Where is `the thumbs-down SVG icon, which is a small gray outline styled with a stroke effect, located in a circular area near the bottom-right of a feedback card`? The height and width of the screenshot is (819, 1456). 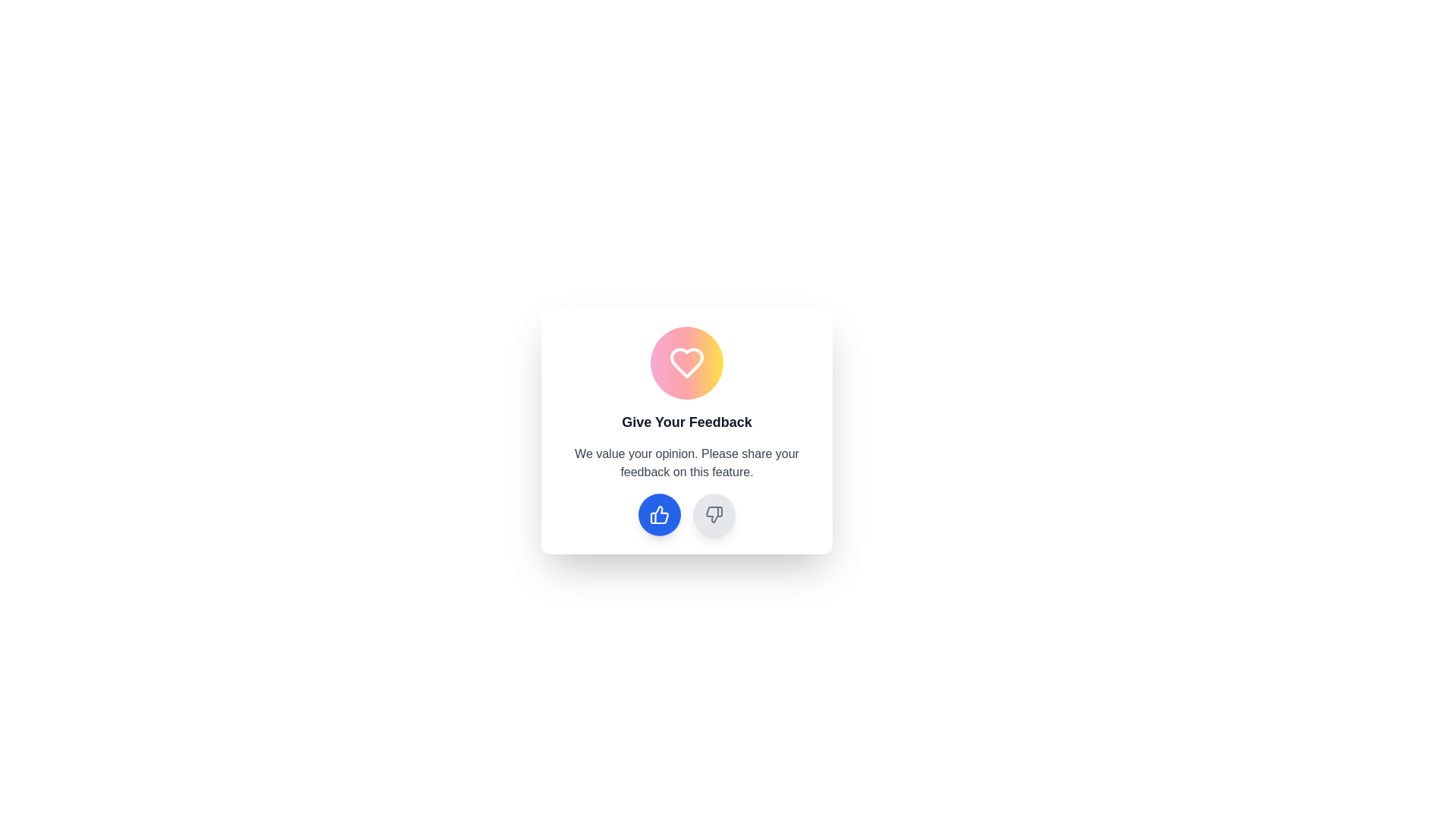 the thumbs-down SVG icon, which is a small gray outline styled with a stroke effect, located in a circular area near the bottom-right of a feedback card is located at coordinates (713, 513).